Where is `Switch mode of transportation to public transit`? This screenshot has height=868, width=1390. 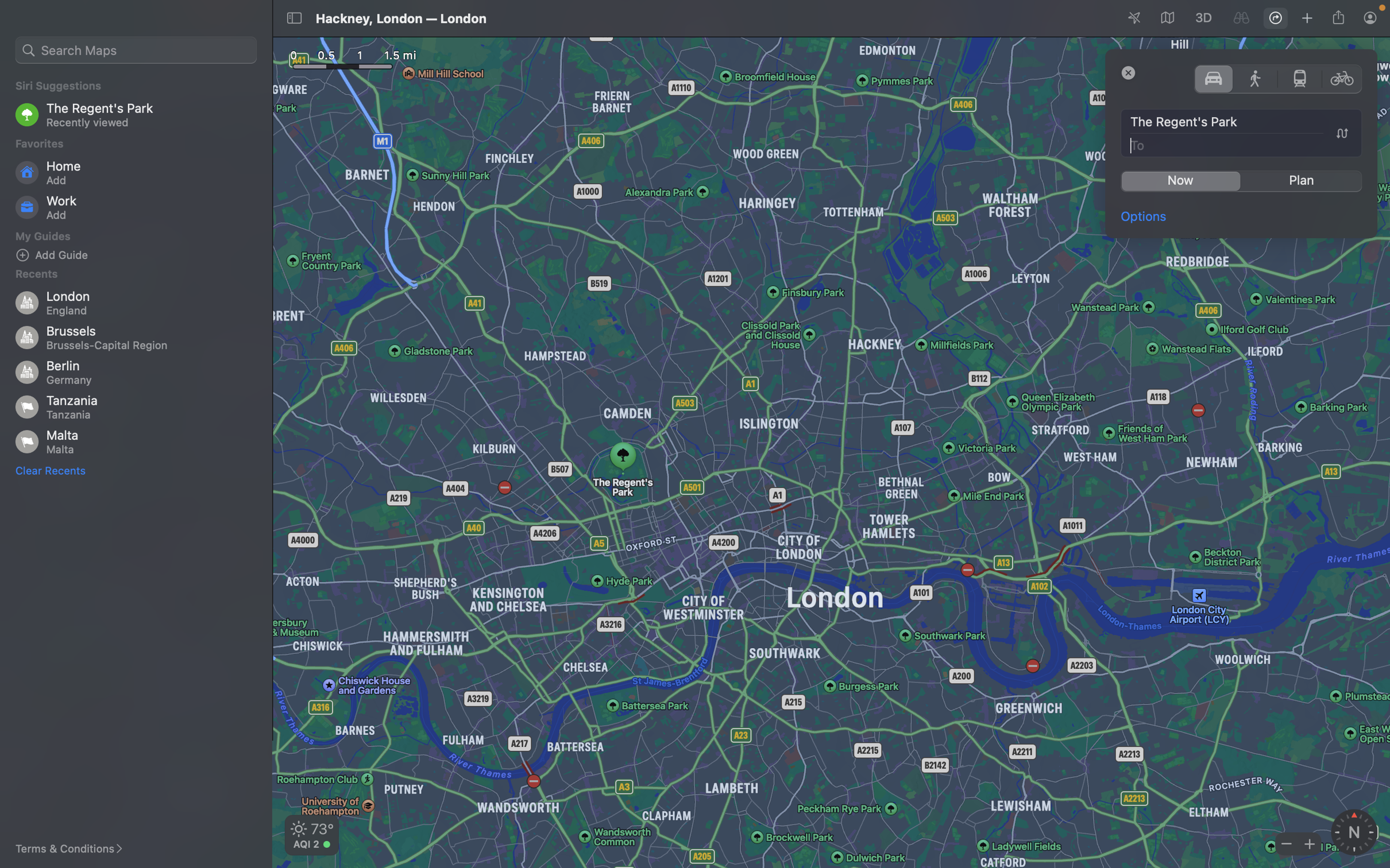
Switch mode of transportation to public transit is located at coordinates (1299, 77).